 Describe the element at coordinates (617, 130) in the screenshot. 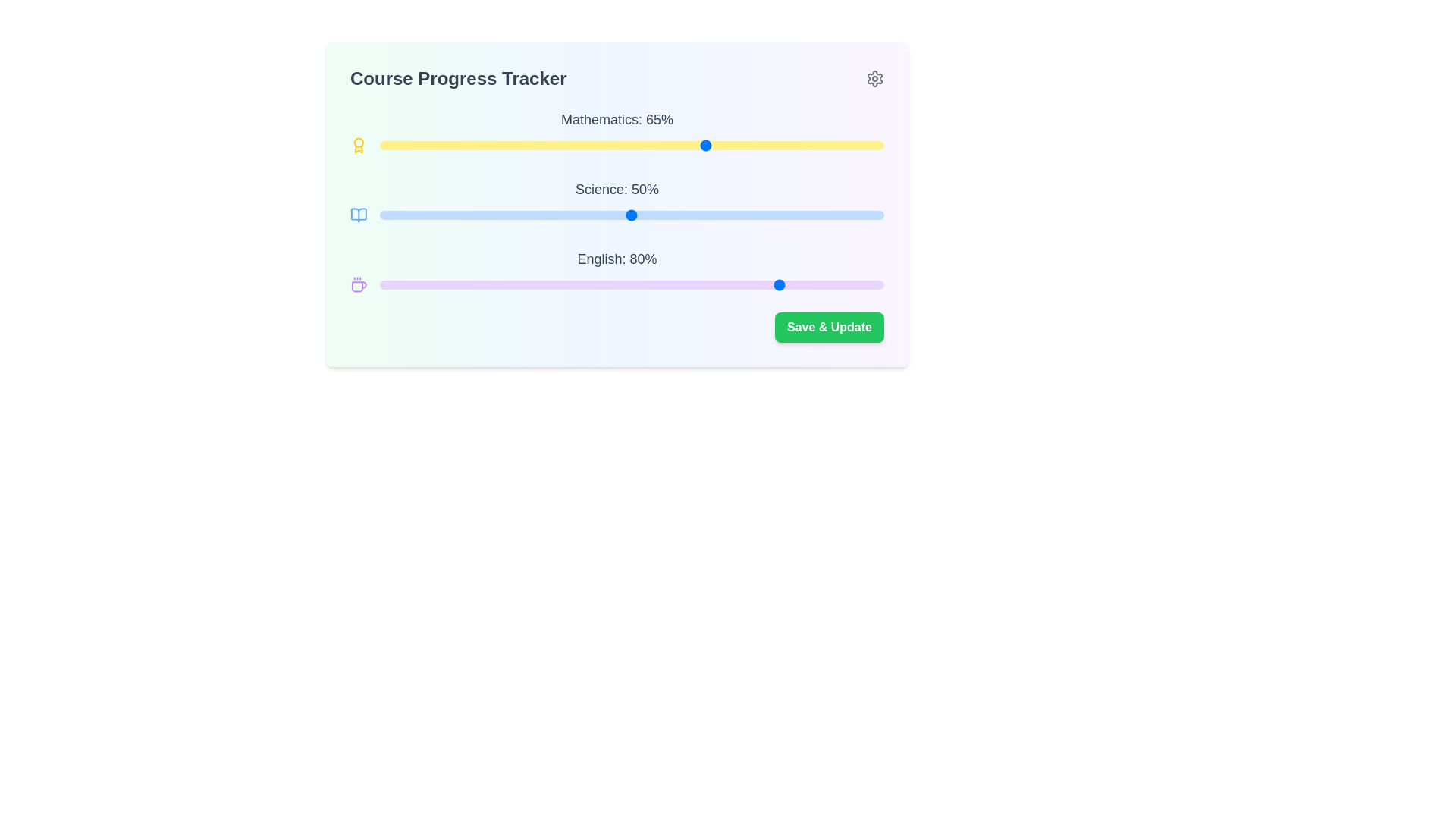

I see `the yellow progress bar labeled 'Mathematics: 65%' to adjust the percentage by clicking on it` at that location.